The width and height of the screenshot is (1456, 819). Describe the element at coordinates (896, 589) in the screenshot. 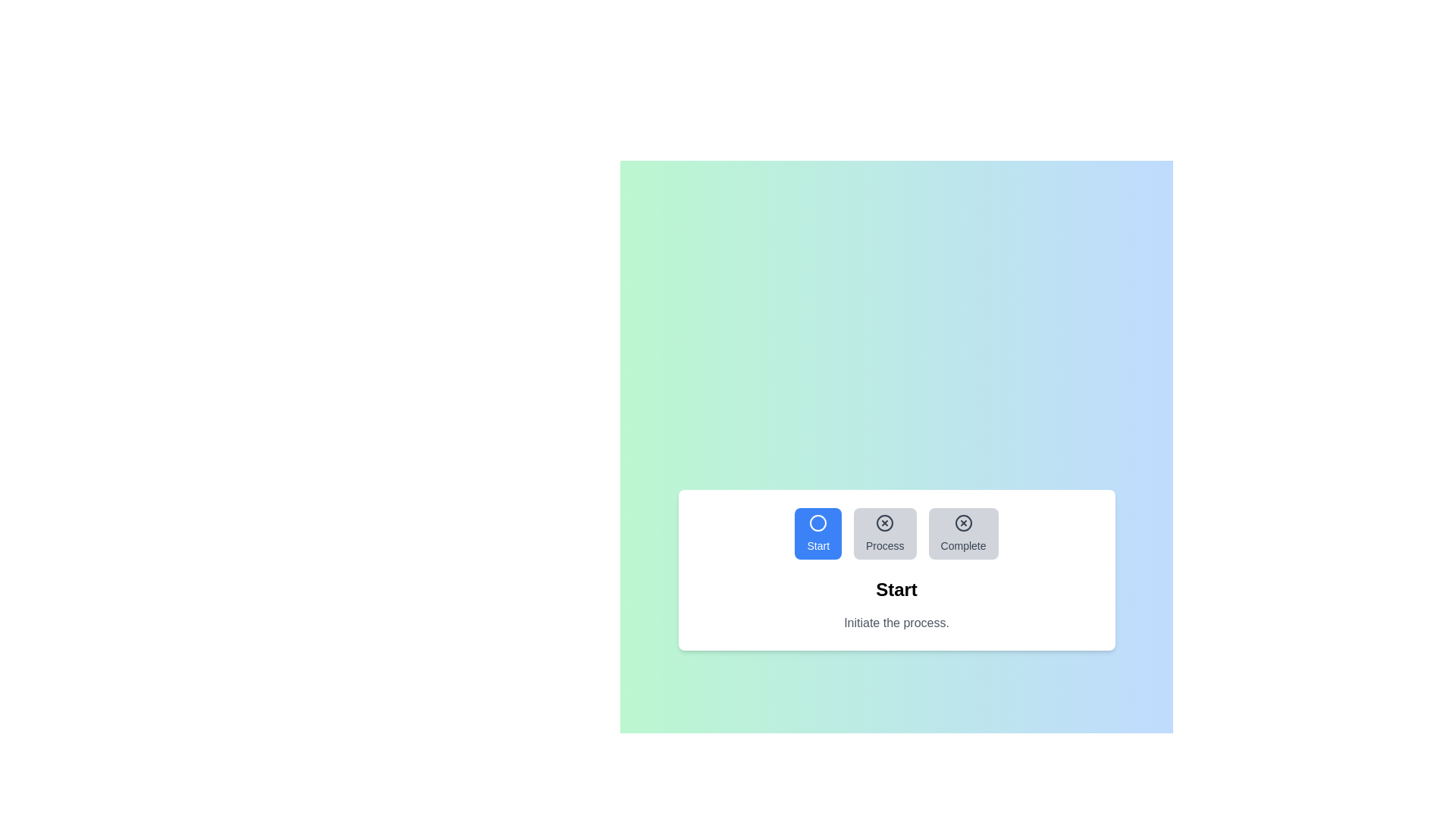

I see `the bold, large-sized text displaying 'Start', which is centered horizontally near the bottom of a white rectangular panel` at that location.